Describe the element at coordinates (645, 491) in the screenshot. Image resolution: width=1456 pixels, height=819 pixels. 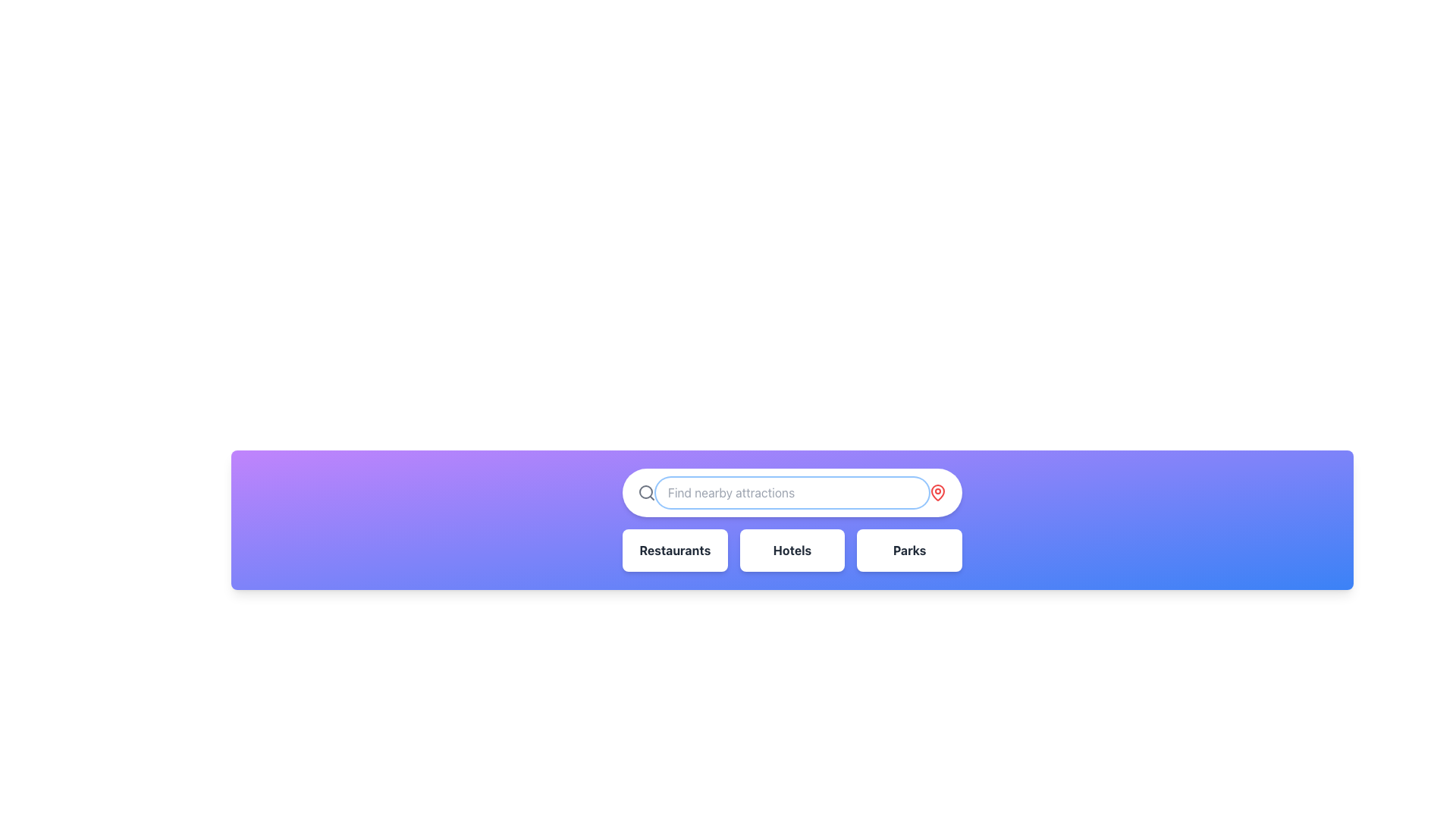
I see `the circular graphical icon of the search icon located on the left side of the 'Find nearby attractions' input field` at that location.